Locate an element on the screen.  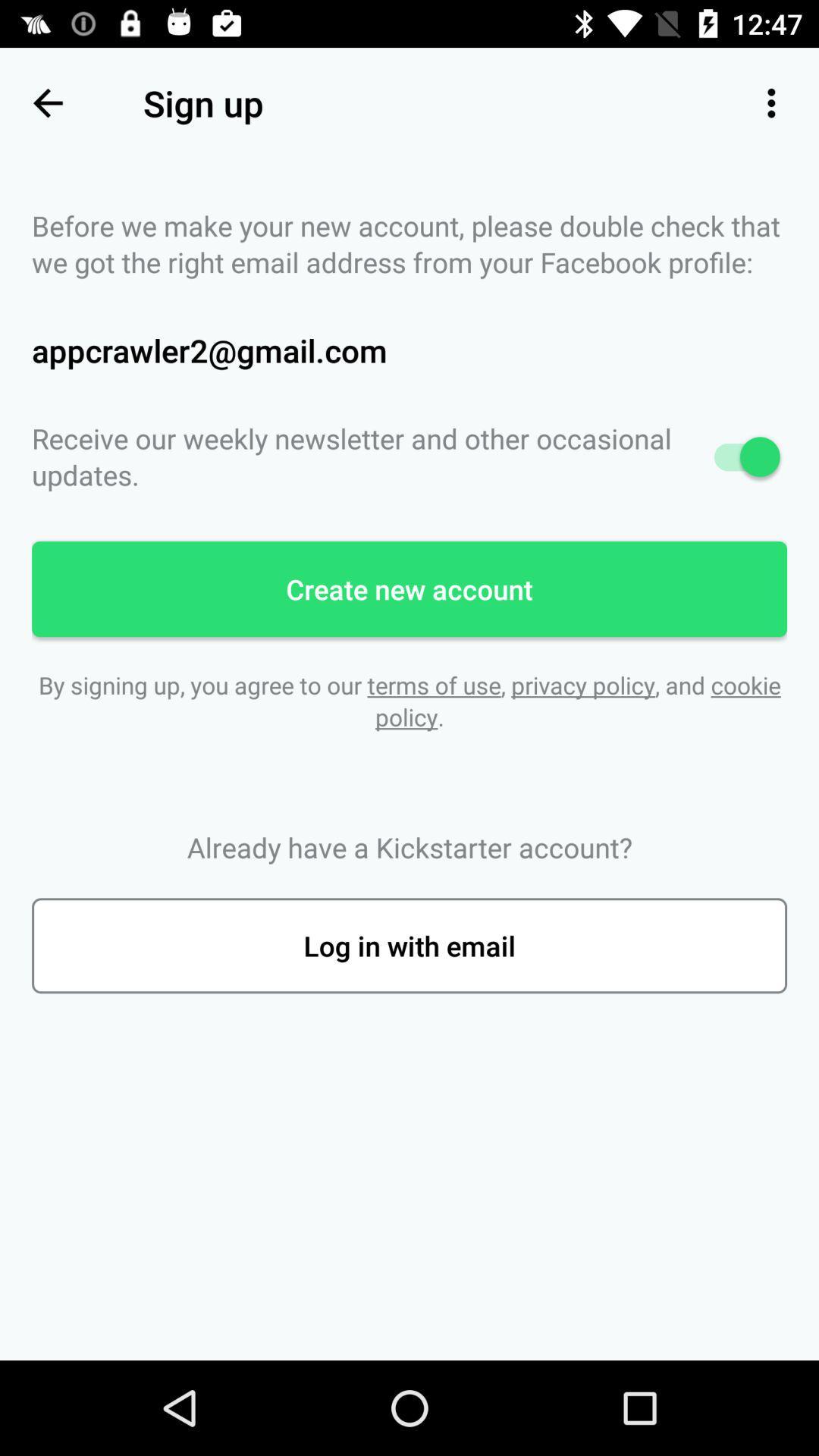
the icon below the already have a item is located at coordinates (409, 945).